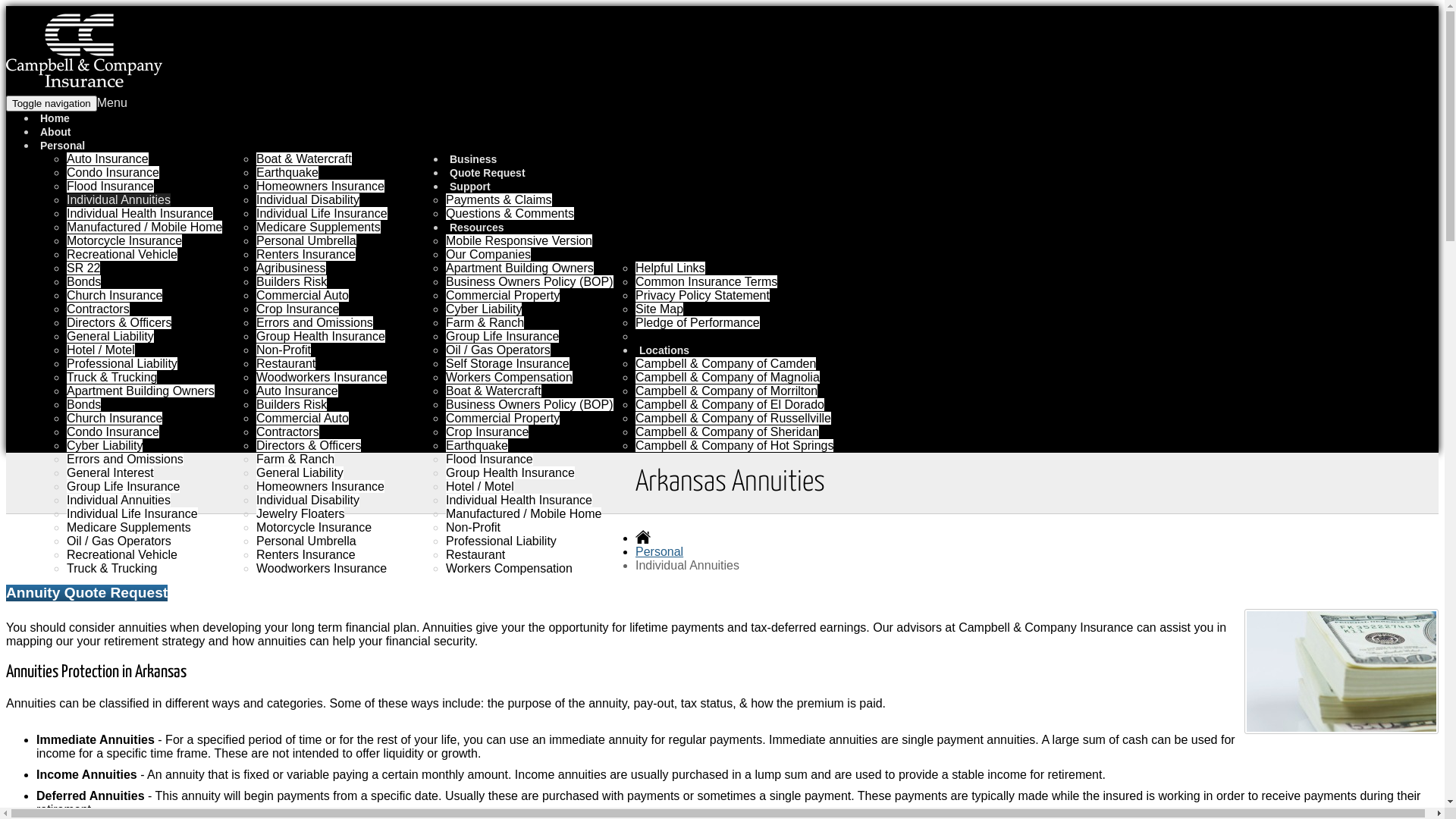  What do you see at coordinates (122, 363) in the screenshot?
I see `'Professional Liability'` at bounding box center [122, 363].